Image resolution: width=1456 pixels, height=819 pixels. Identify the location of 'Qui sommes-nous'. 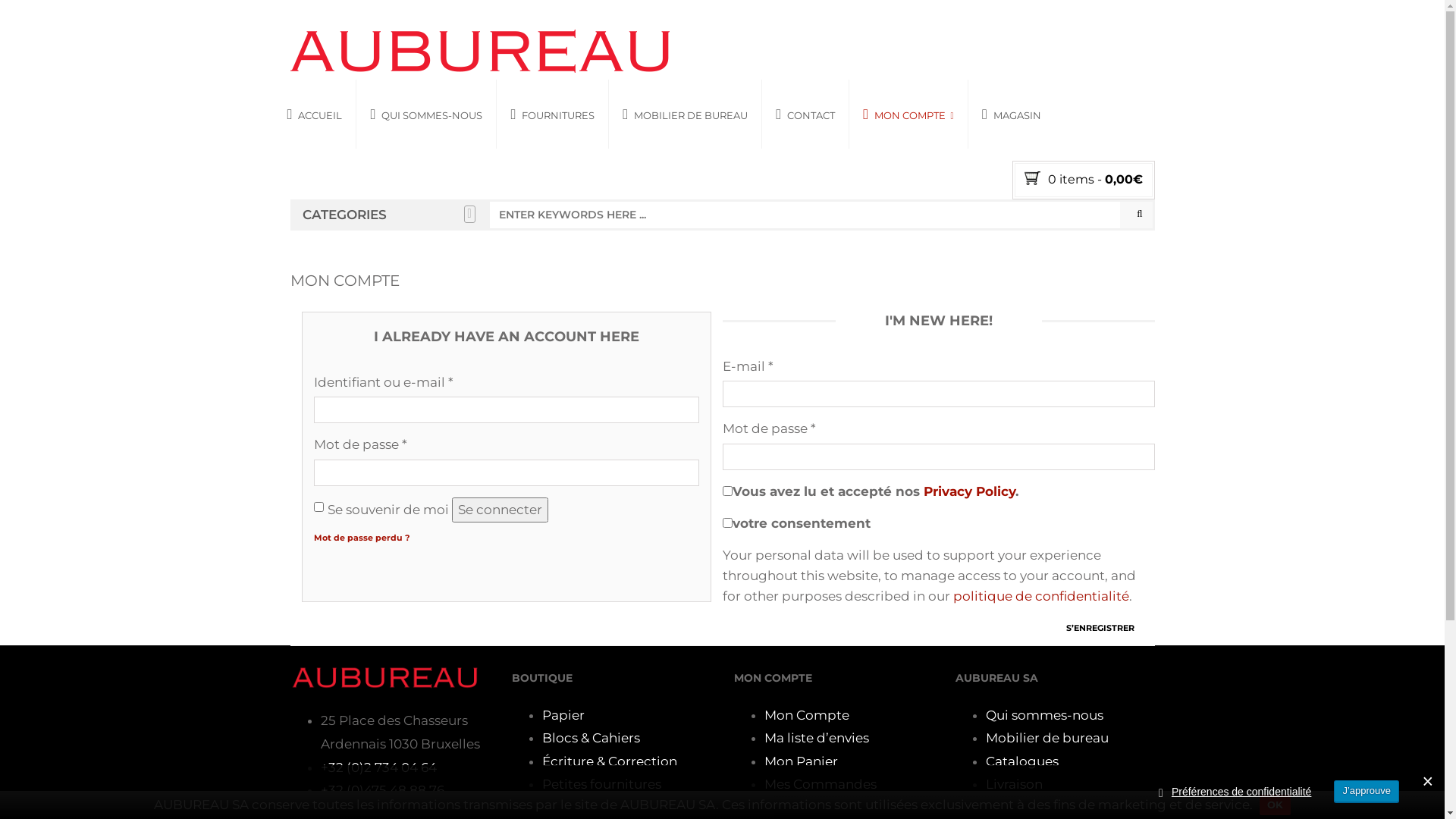
(1043, 714).